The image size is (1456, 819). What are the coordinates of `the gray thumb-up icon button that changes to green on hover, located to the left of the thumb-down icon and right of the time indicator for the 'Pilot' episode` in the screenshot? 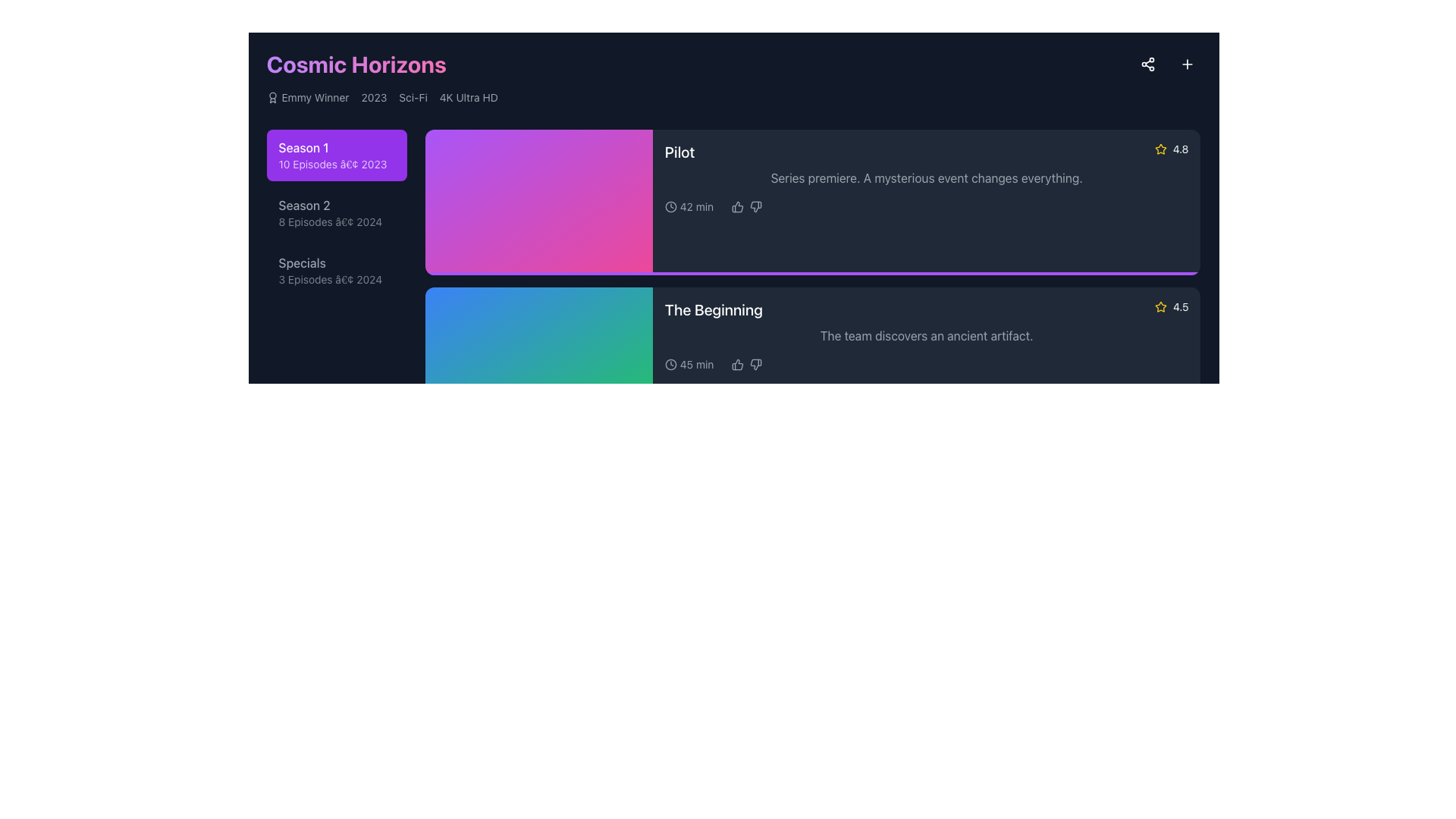 It's located at (738, 207).